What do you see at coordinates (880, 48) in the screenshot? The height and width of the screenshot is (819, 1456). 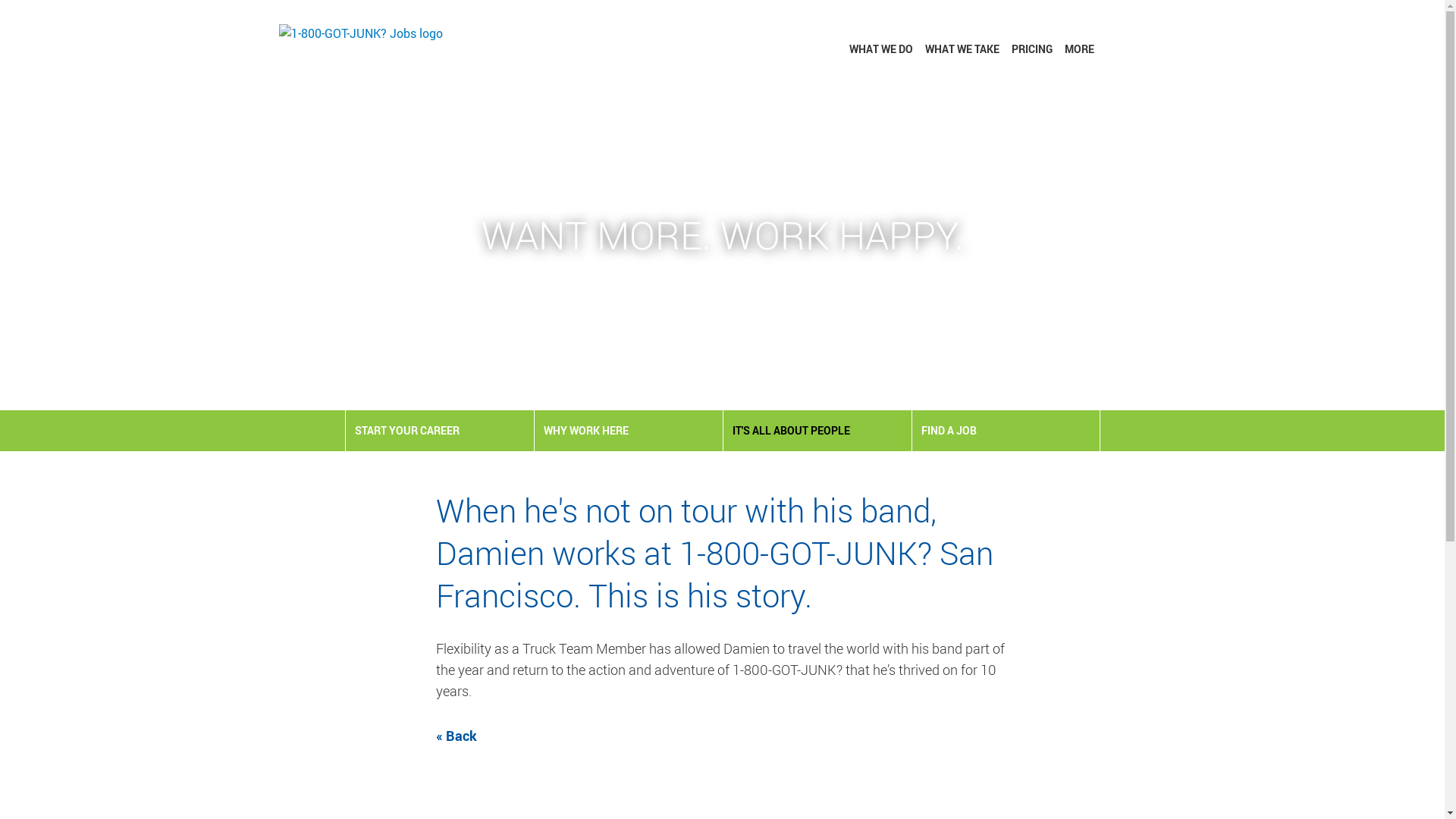 I see `'WHAT WE DO'` at bounding box center [880, 48].